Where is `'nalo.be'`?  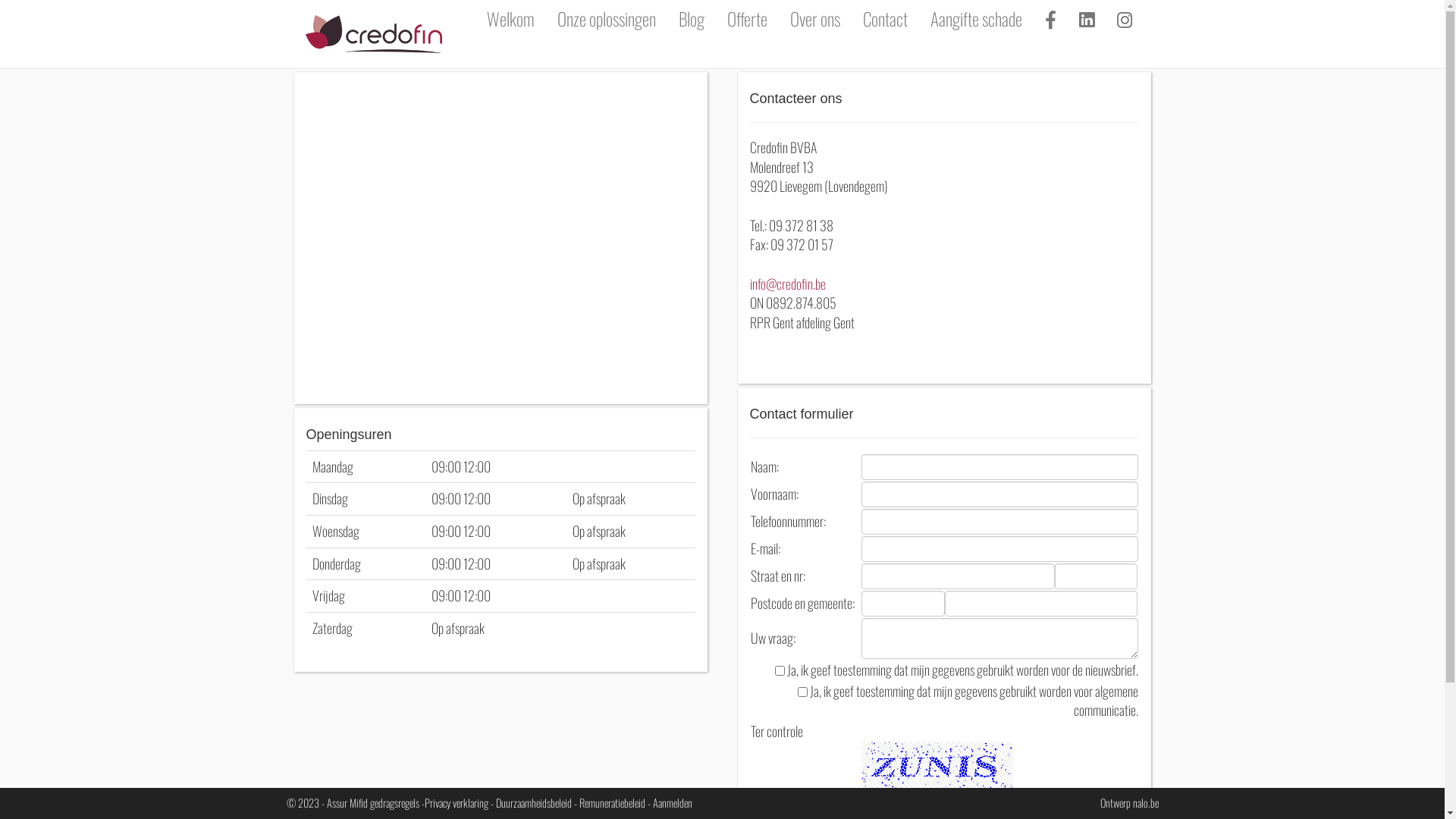
'nalo.be' is located at coordinates (1146, 802).